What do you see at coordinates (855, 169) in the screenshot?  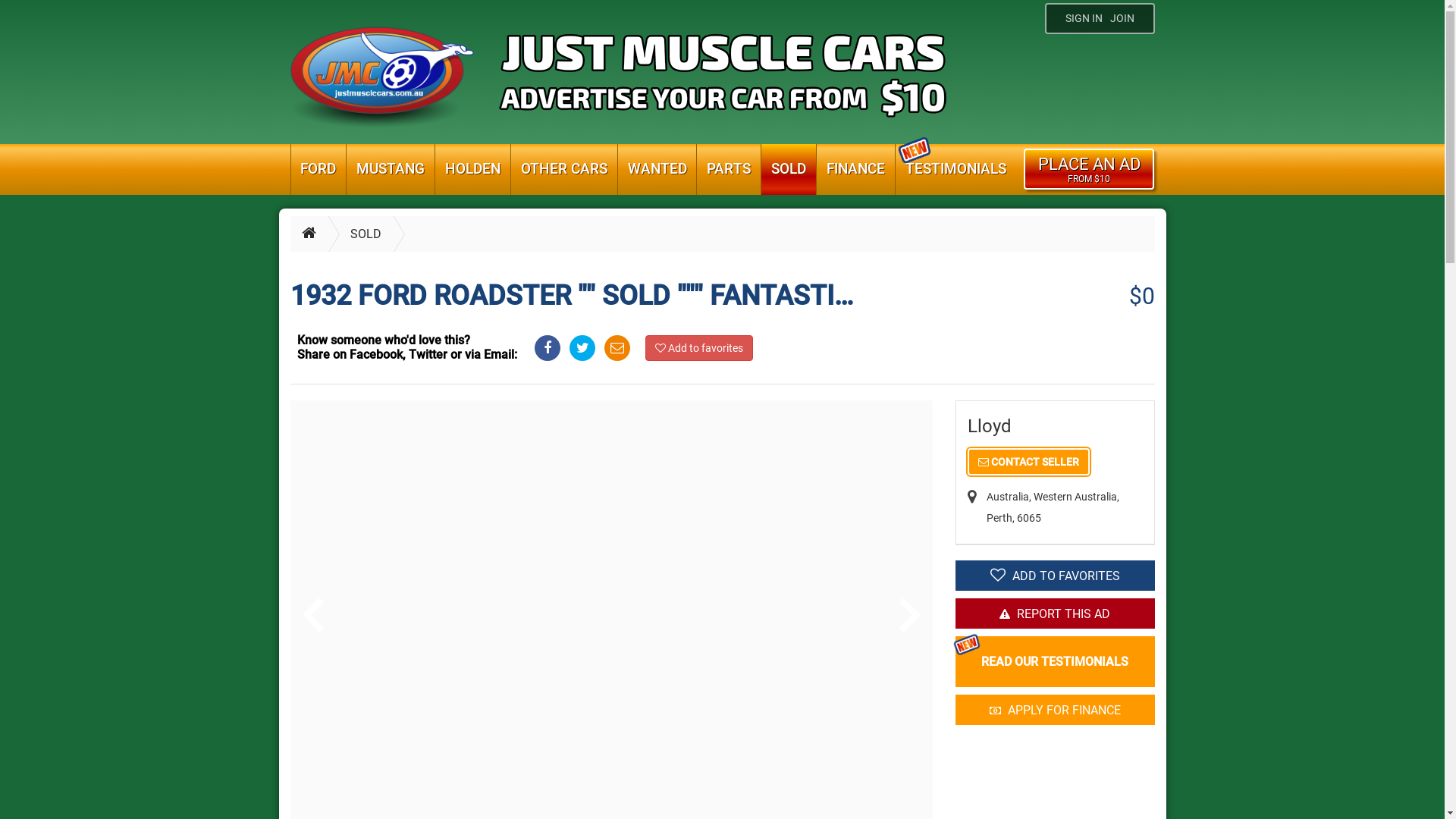 I see `'FINANCE'` at bounding box center [855, 169].